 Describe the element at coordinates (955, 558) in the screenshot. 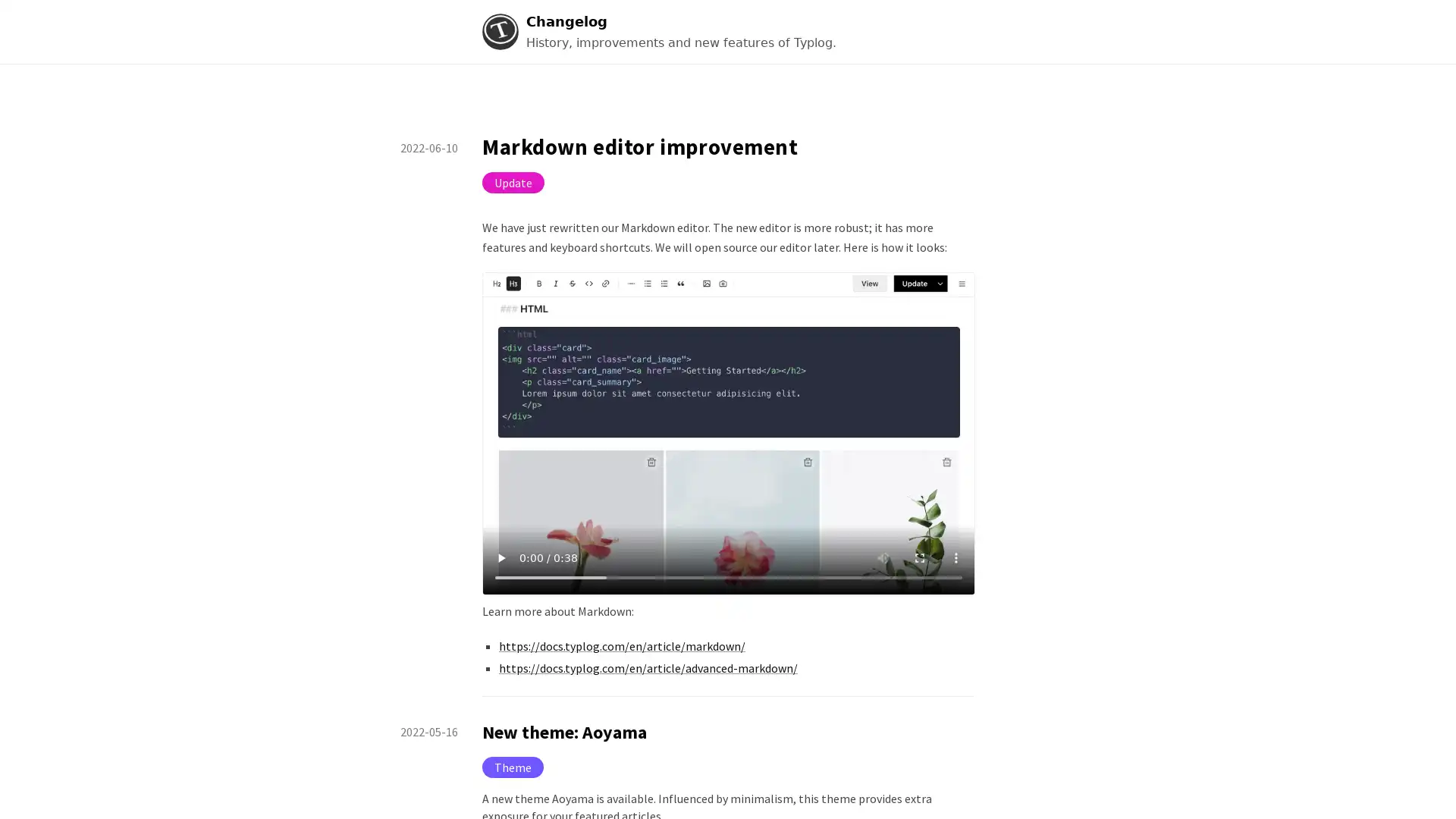

I see `show more media controls` at that location.